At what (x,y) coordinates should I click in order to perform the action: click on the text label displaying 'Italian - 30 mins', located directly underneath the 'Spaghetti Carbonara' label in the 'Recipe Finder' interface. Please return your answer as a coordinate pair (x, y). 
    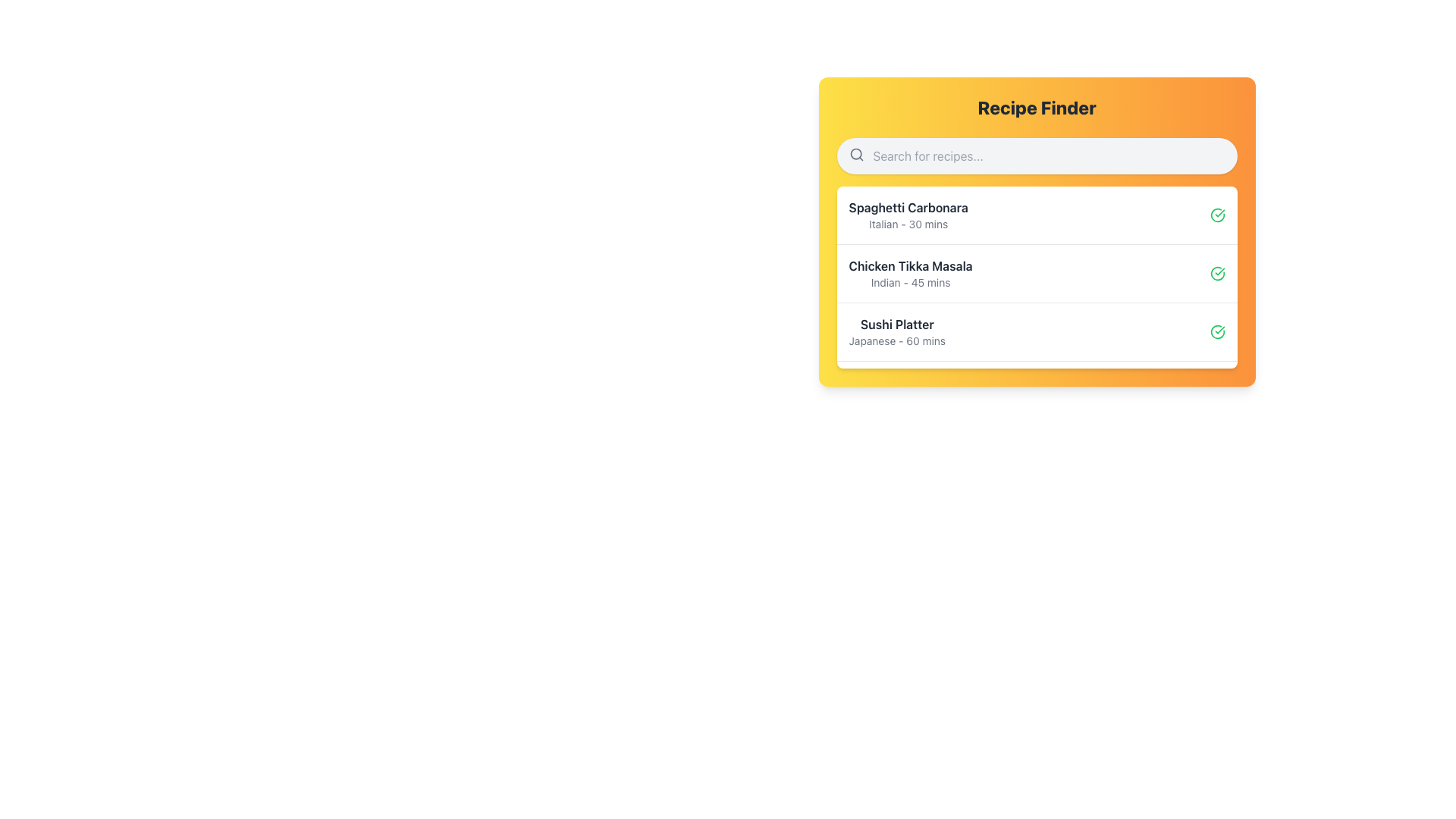
    Looking at the image, I should click on (908, 224).